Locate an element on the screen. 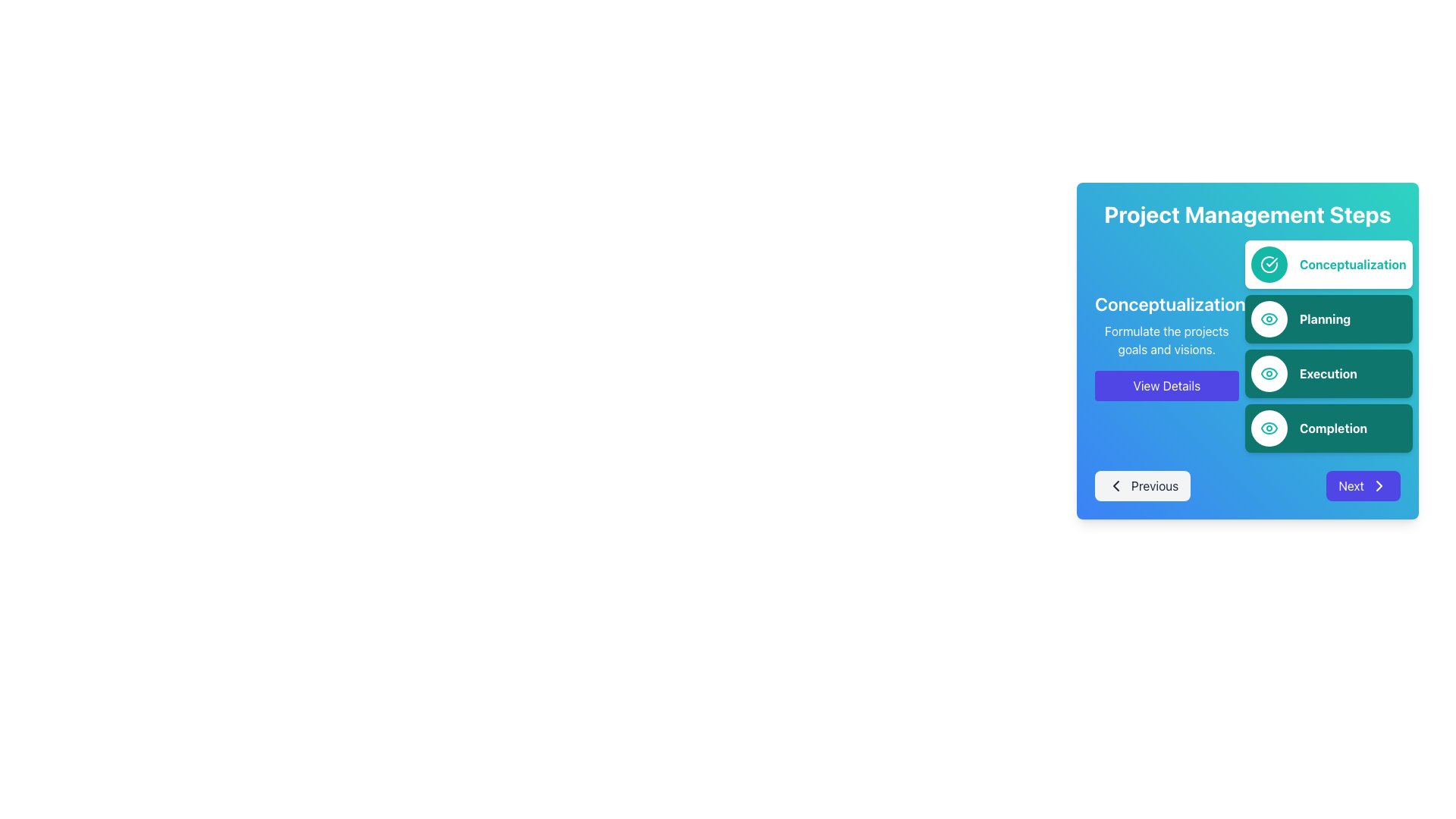 The height and width of the screenshot is (819, 1456). the 'Completion' button in the Project Management workflow, positioned fourth in the vertical stack of step buttons is located at coordinates (1328, 428).